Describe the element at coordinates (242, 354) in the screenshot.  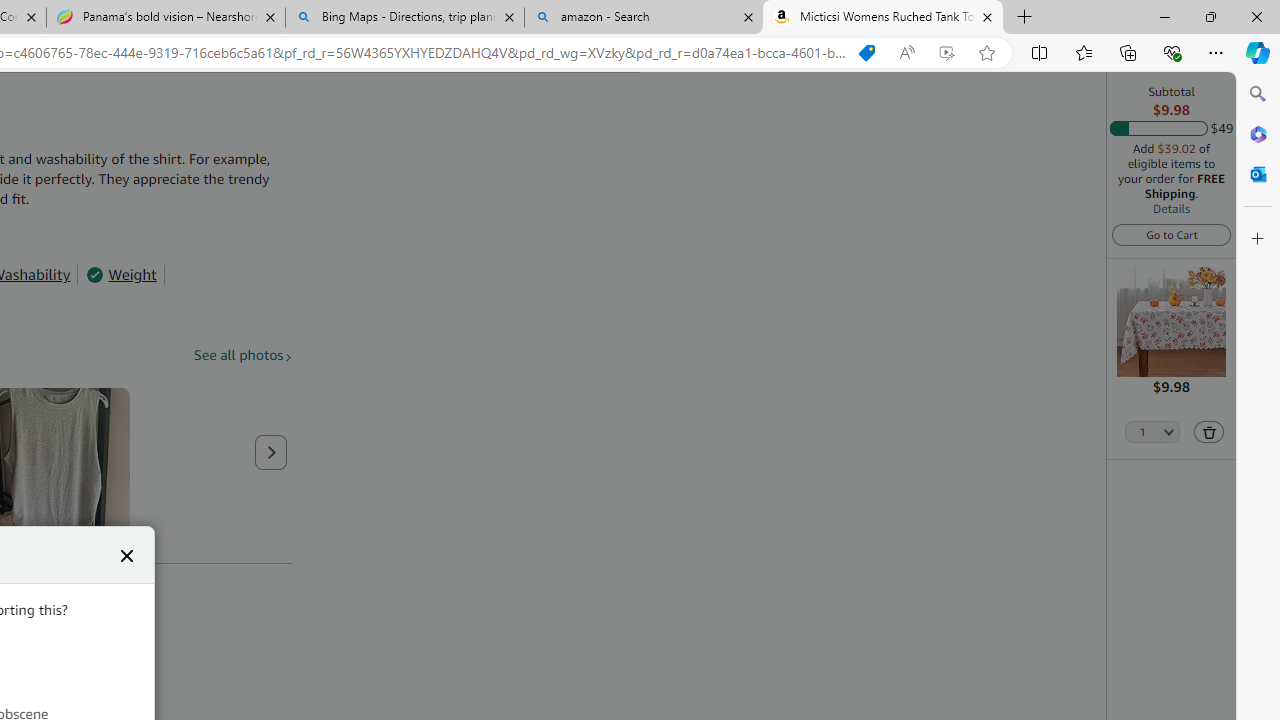
I see `'See all photos'` at that location.